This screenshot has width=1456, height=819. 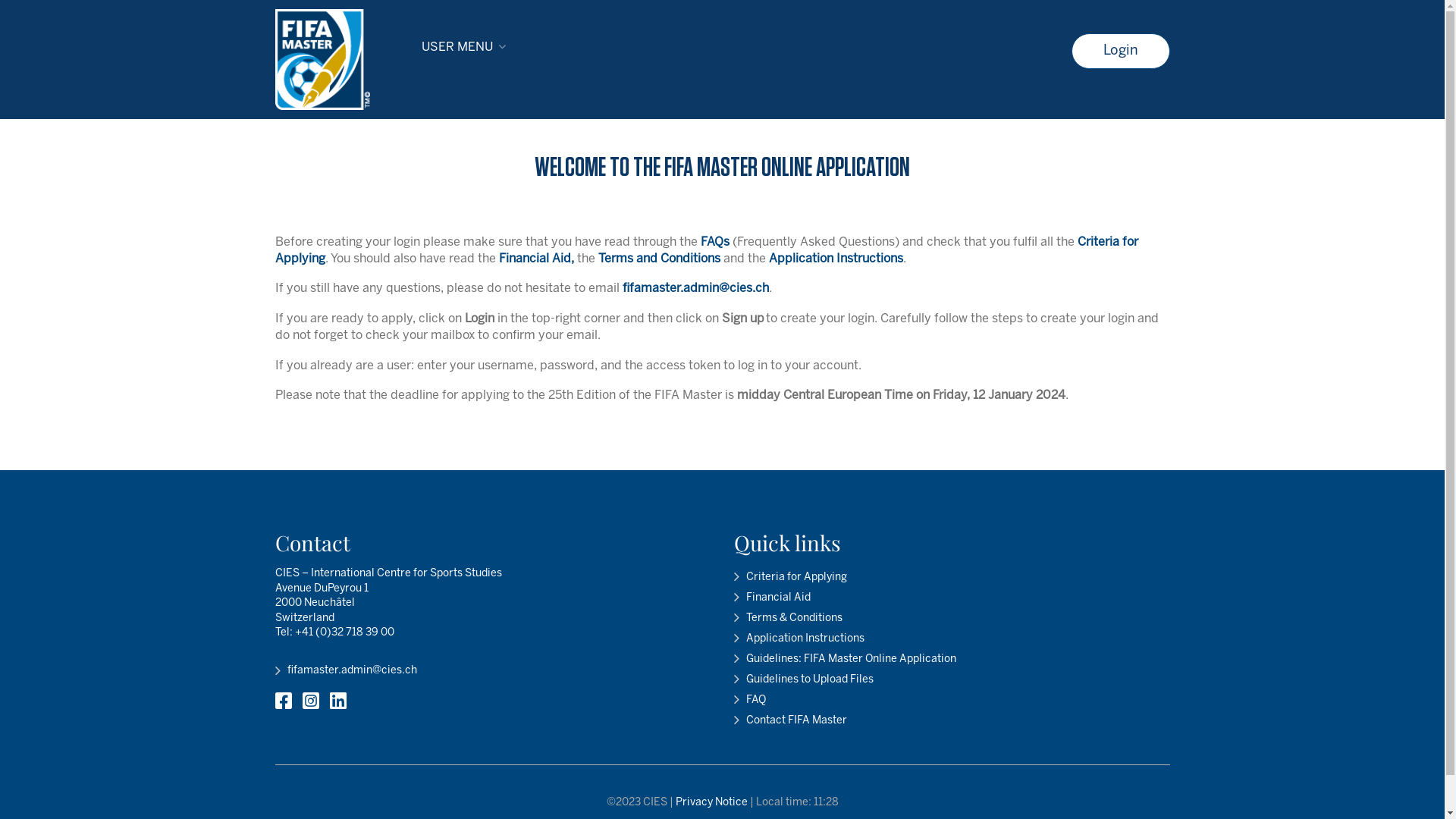 I want to click on 'FAQs', so click(x=714, y=241).